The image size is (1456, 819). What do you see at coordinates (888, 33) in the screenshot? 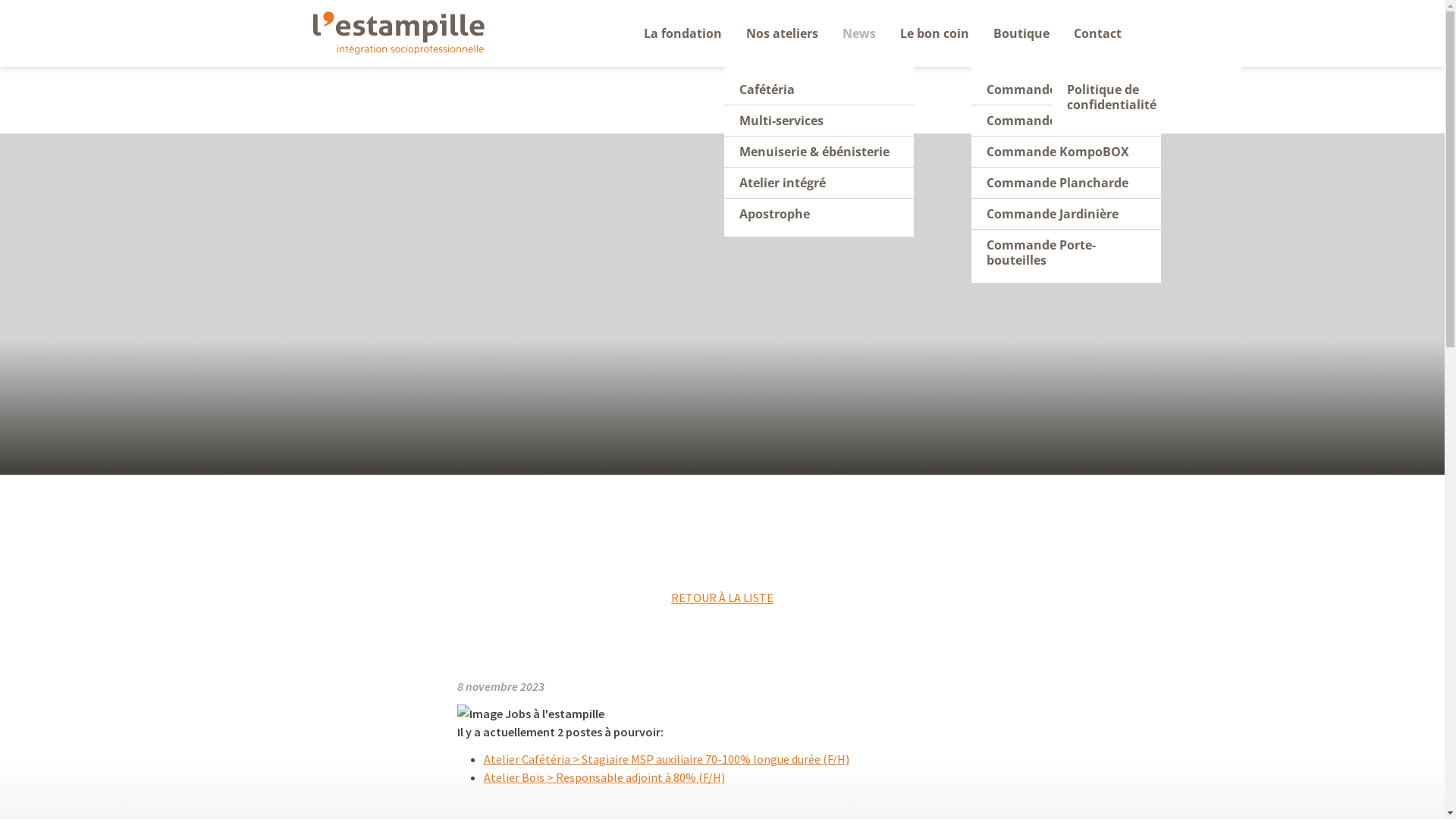
I see `'Le bon coin'` at bounding box center [888, 33].